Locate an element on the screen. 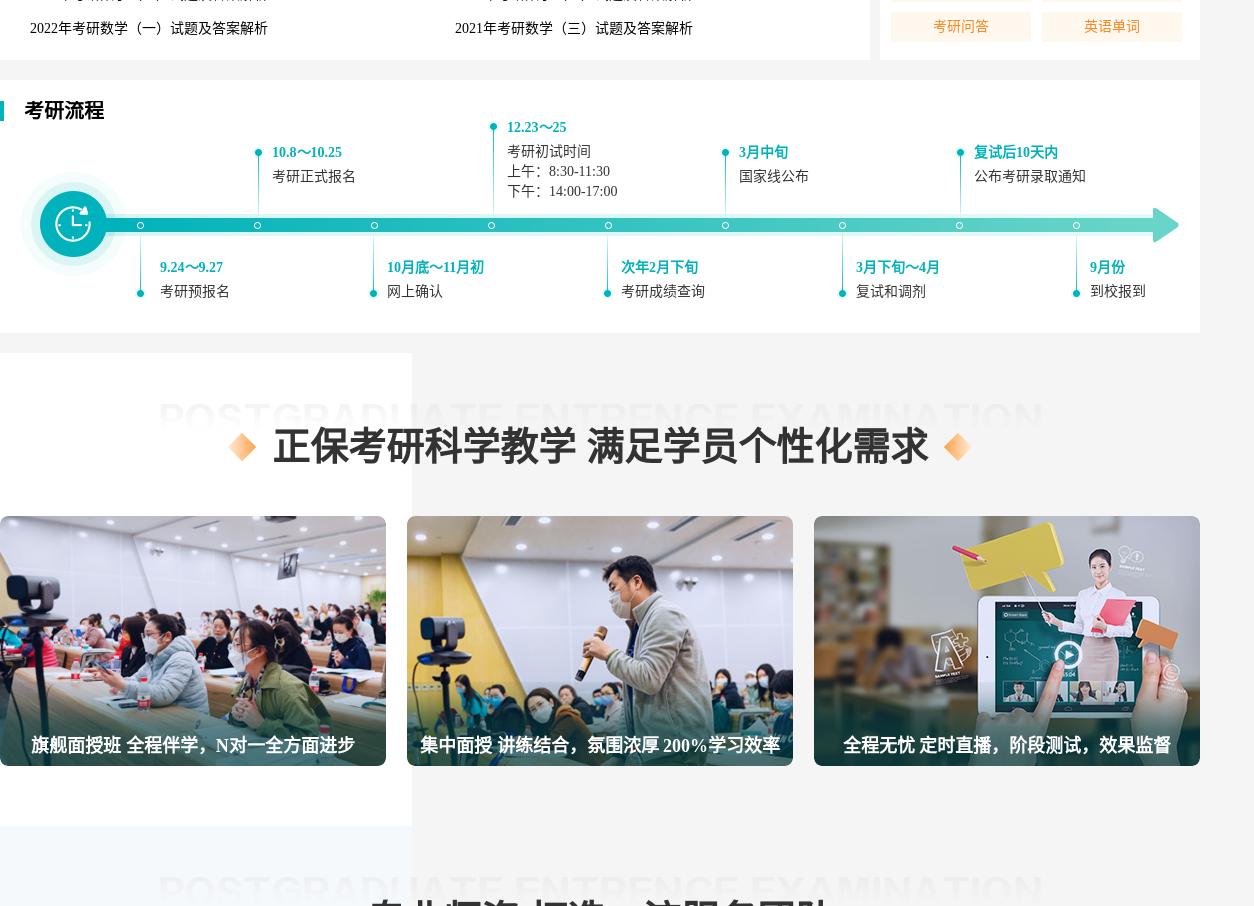 This screenshot has height=906, width=1254. '10月底～11月初' is located at coordinates (435, 267).